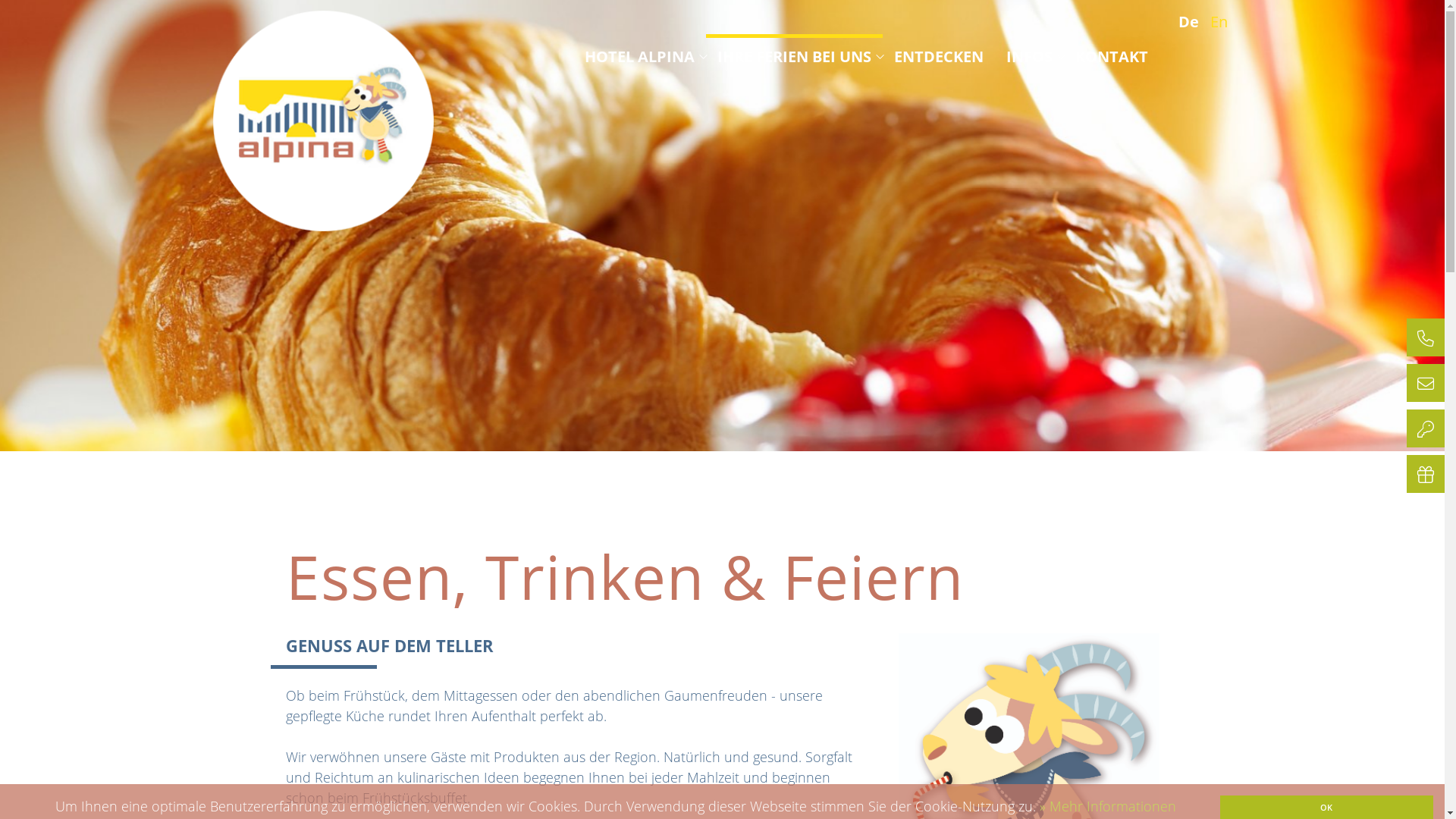 The image size is (1456, 819). What do you see at coordinates (1191, 21) in the screenshot?
I see `'De'` at bounding box center [1191, 21].